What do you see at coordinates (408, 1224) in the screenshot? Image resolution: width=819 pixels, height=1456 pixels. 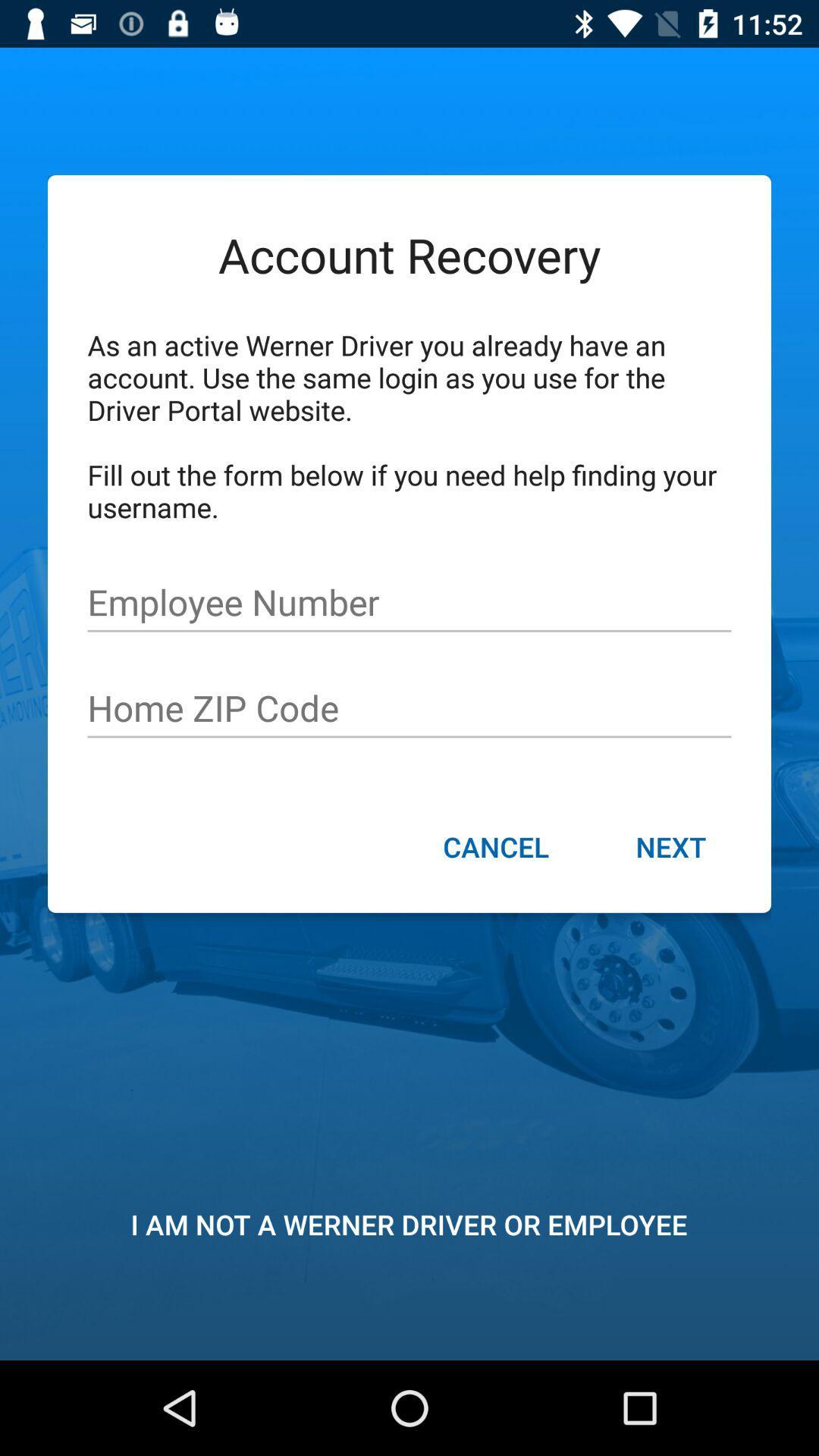 I see `the i am not item` at bounding box center [408, 1224].